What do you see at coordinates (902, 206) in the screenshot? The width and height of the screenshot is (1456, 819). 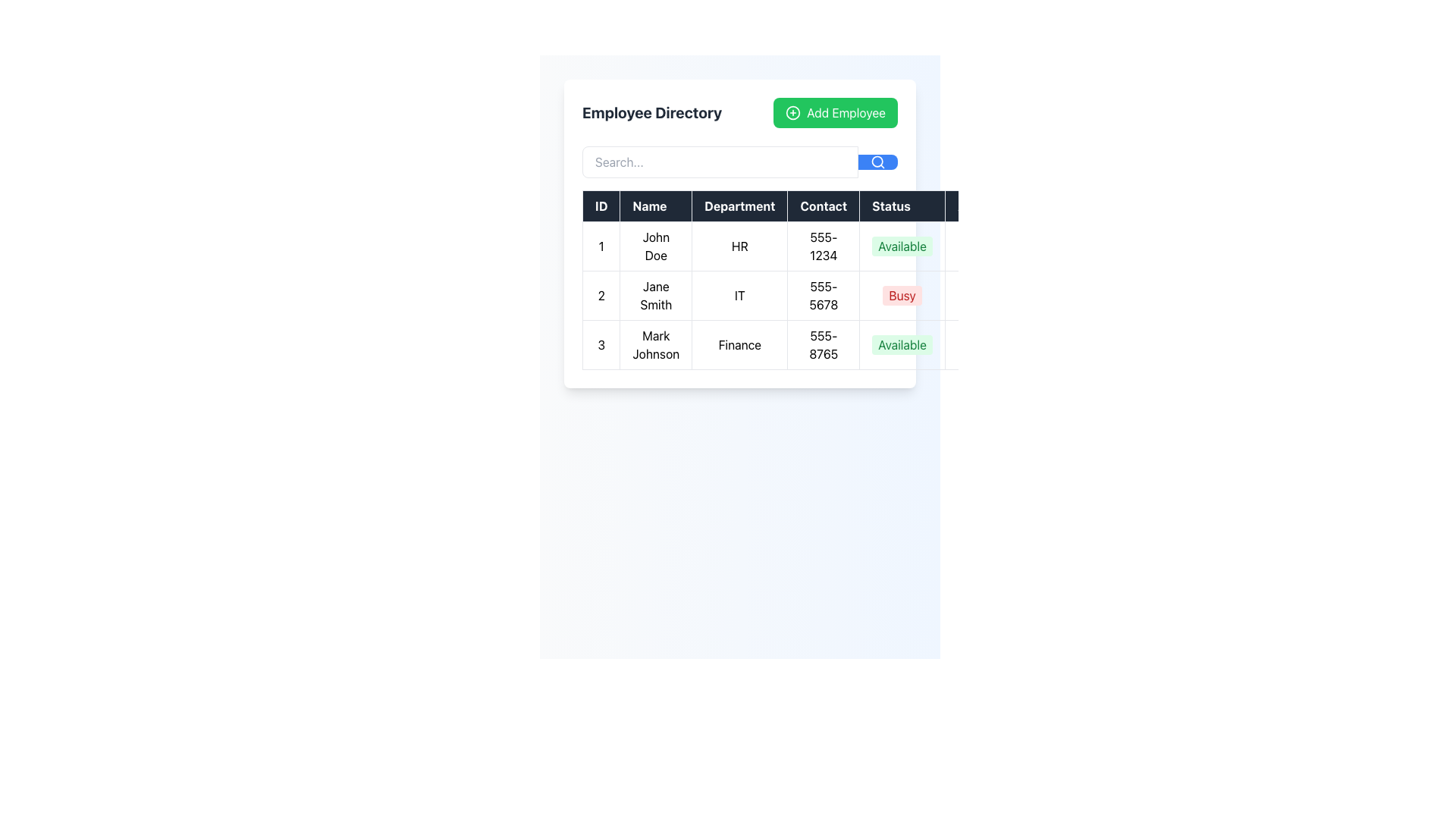 I see `the fifth column header in the Employee Directory table, which indicates the status column and is positioned between 'Contact' and 'Actions'` at bounding box center [902, 206].